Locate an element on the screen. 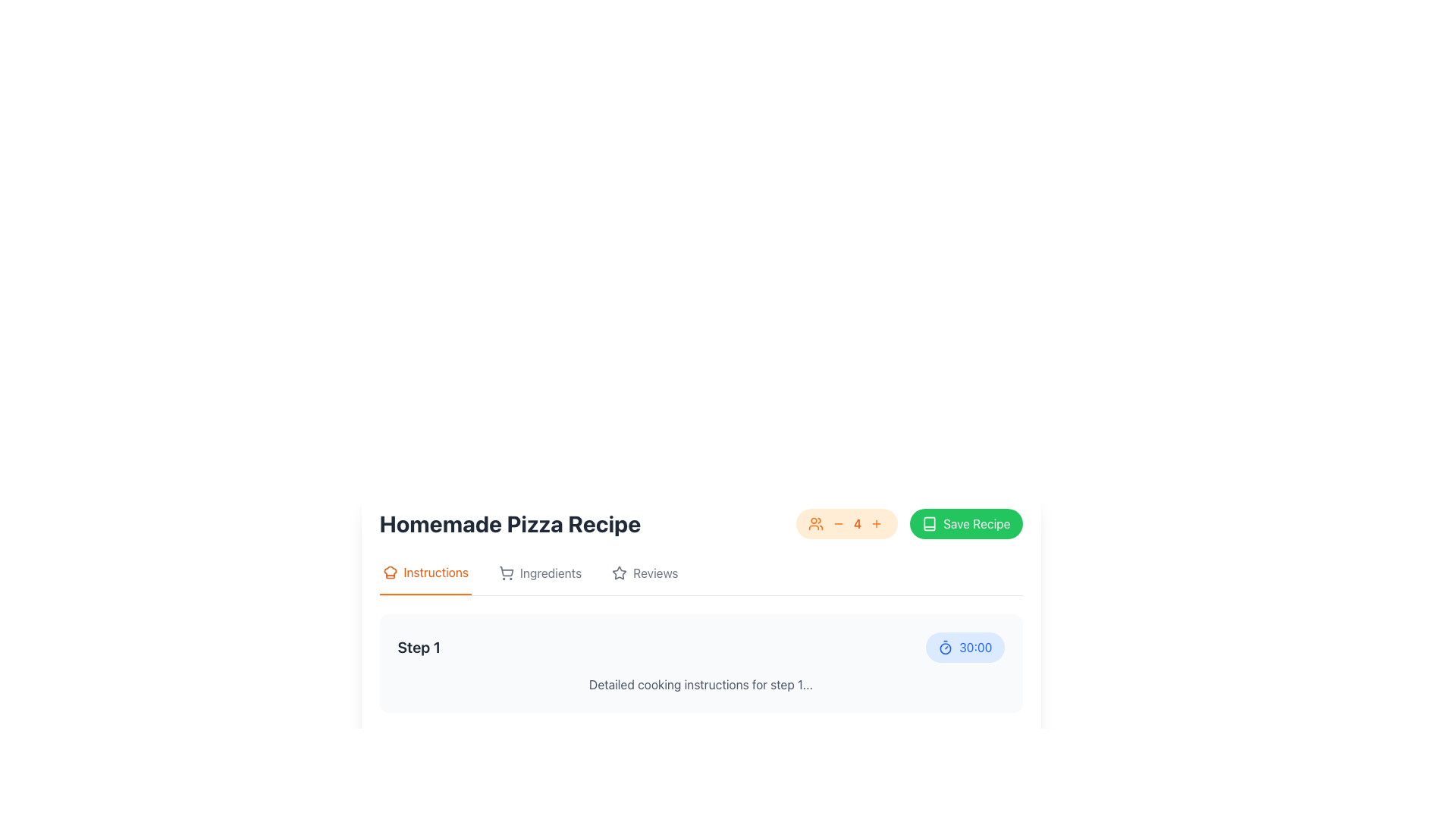 The width and height of the screenshot is (1456, 819). the black, stylized book icon located inside the green 'Save Recipe' button in the top-right section of the interface is located at coordinates (929, 522).